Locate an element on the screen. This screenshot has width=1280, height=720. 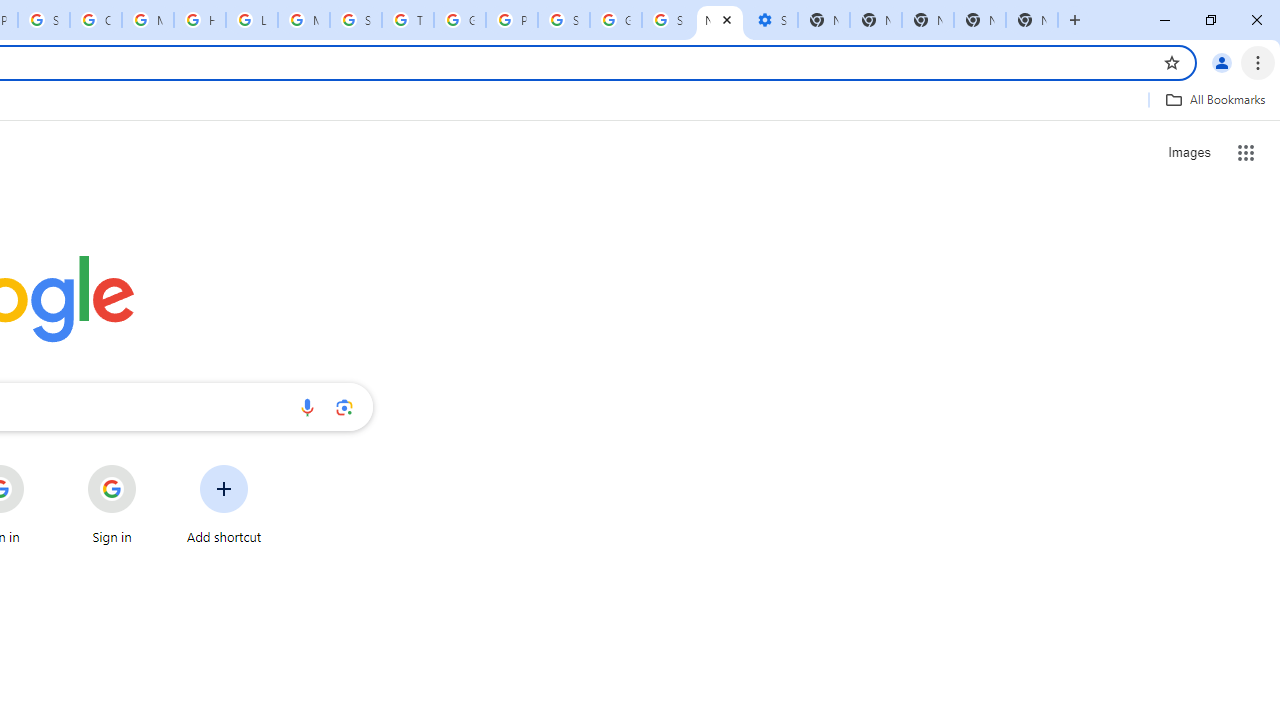
'Settings - Performance' is located at coordinates (770, 20).